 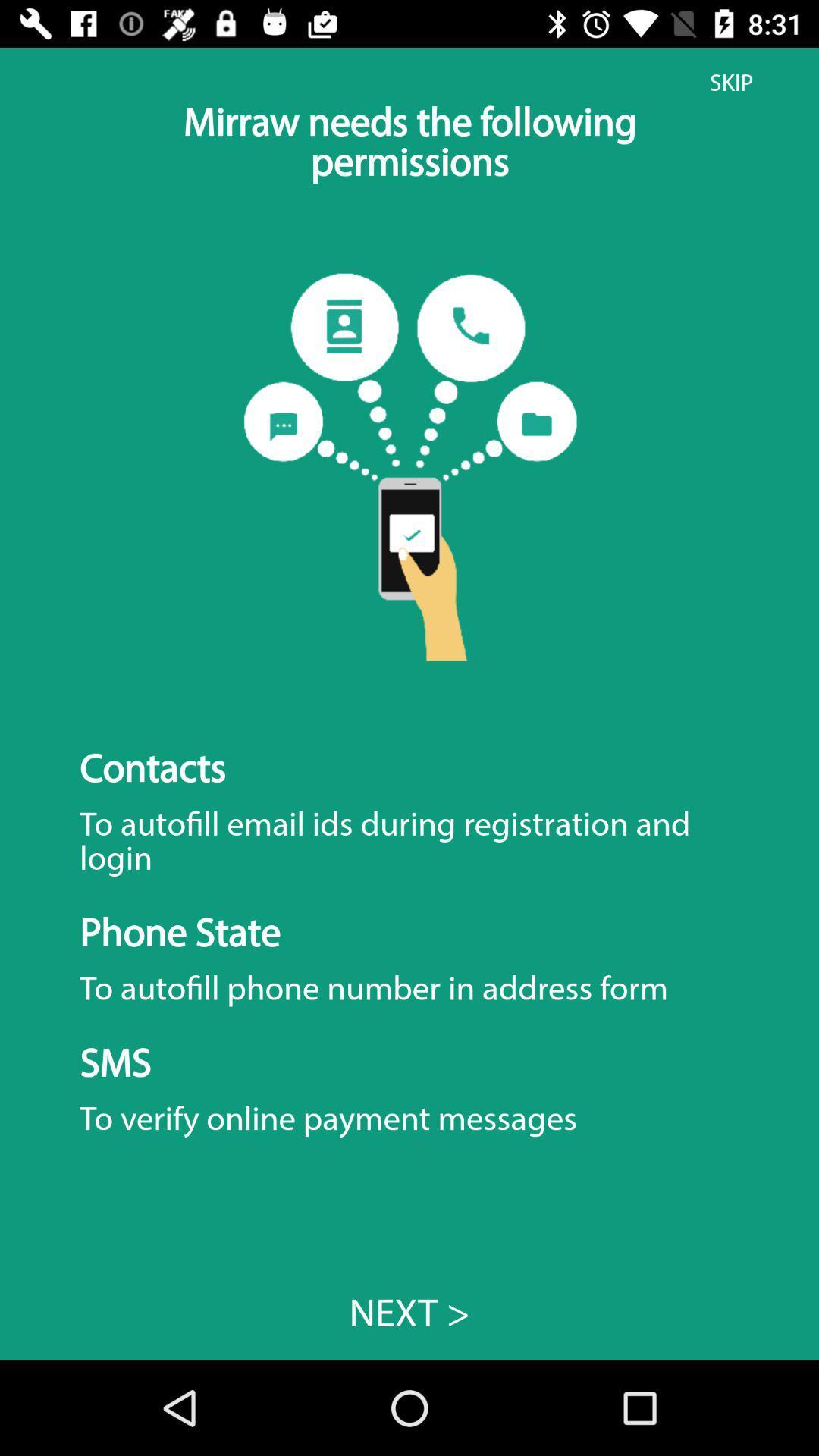 What do you see at coordinates (730, 82) in the screenshot?
I see `icon at the top right corner` at bounding box center [730, 82].